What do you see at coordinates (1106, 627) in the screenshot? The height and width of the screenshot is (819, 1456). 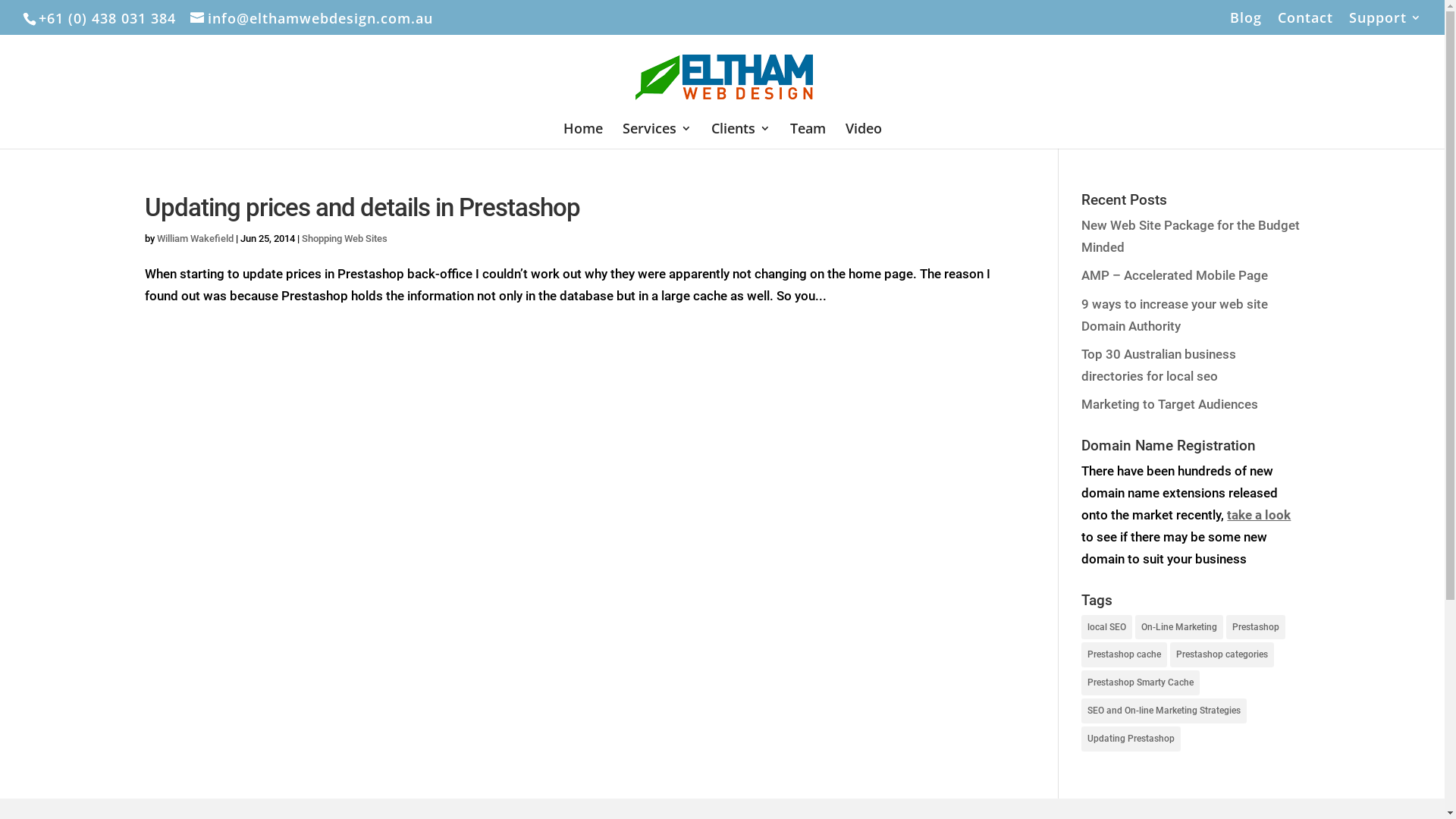 I see `'local SEO'` at bounding box center [1106, 627].